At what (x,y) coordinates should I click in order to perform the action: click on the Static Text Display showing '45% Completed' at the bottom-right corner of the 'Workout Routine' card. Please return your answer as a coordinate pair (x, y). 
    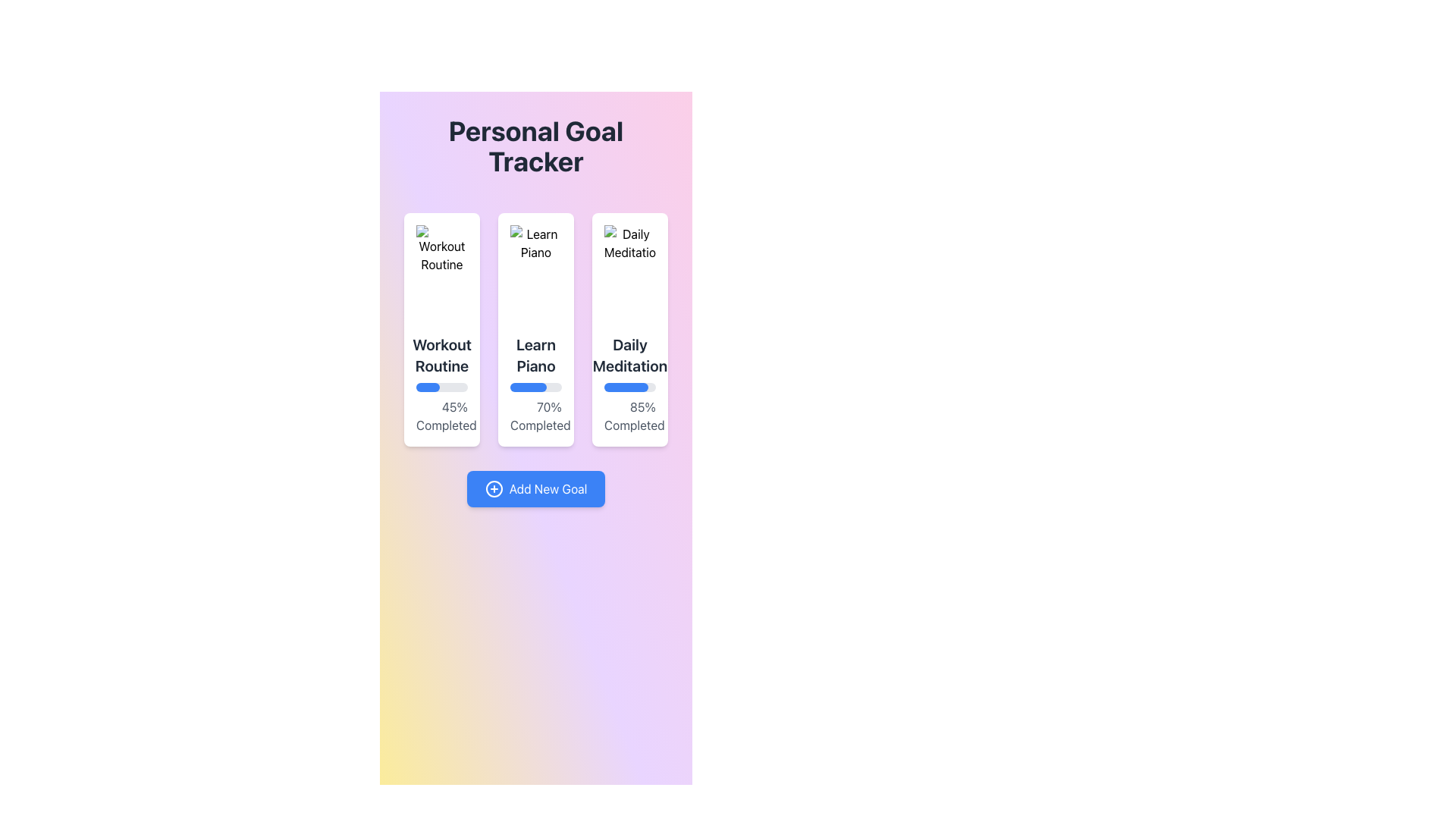
    Looking at the image, I should click on (441, 416).